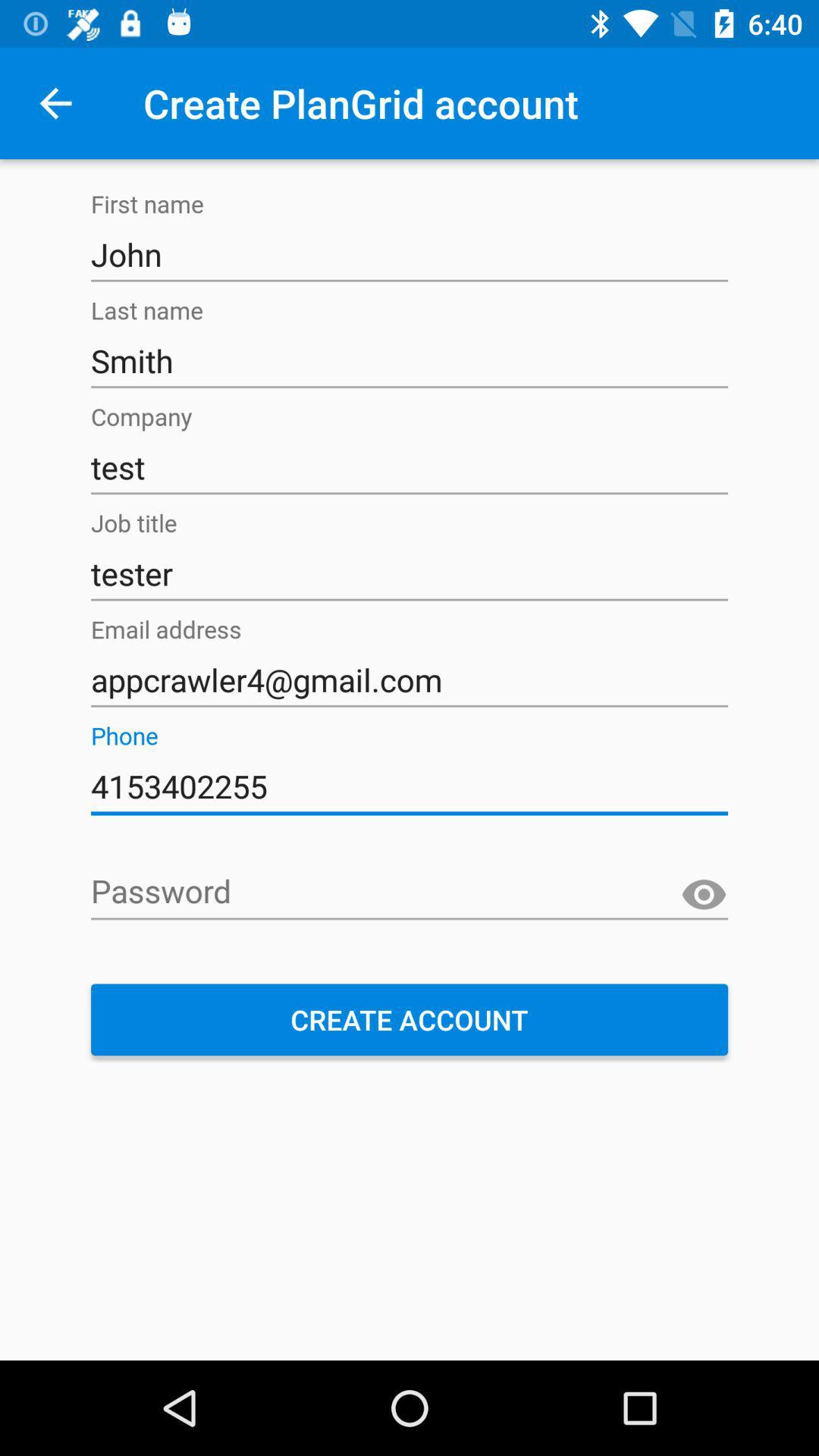  What do you see at coordinates (409, 467) in the screenshot?
I see `the text field below company` at bounding box center [409, 467].